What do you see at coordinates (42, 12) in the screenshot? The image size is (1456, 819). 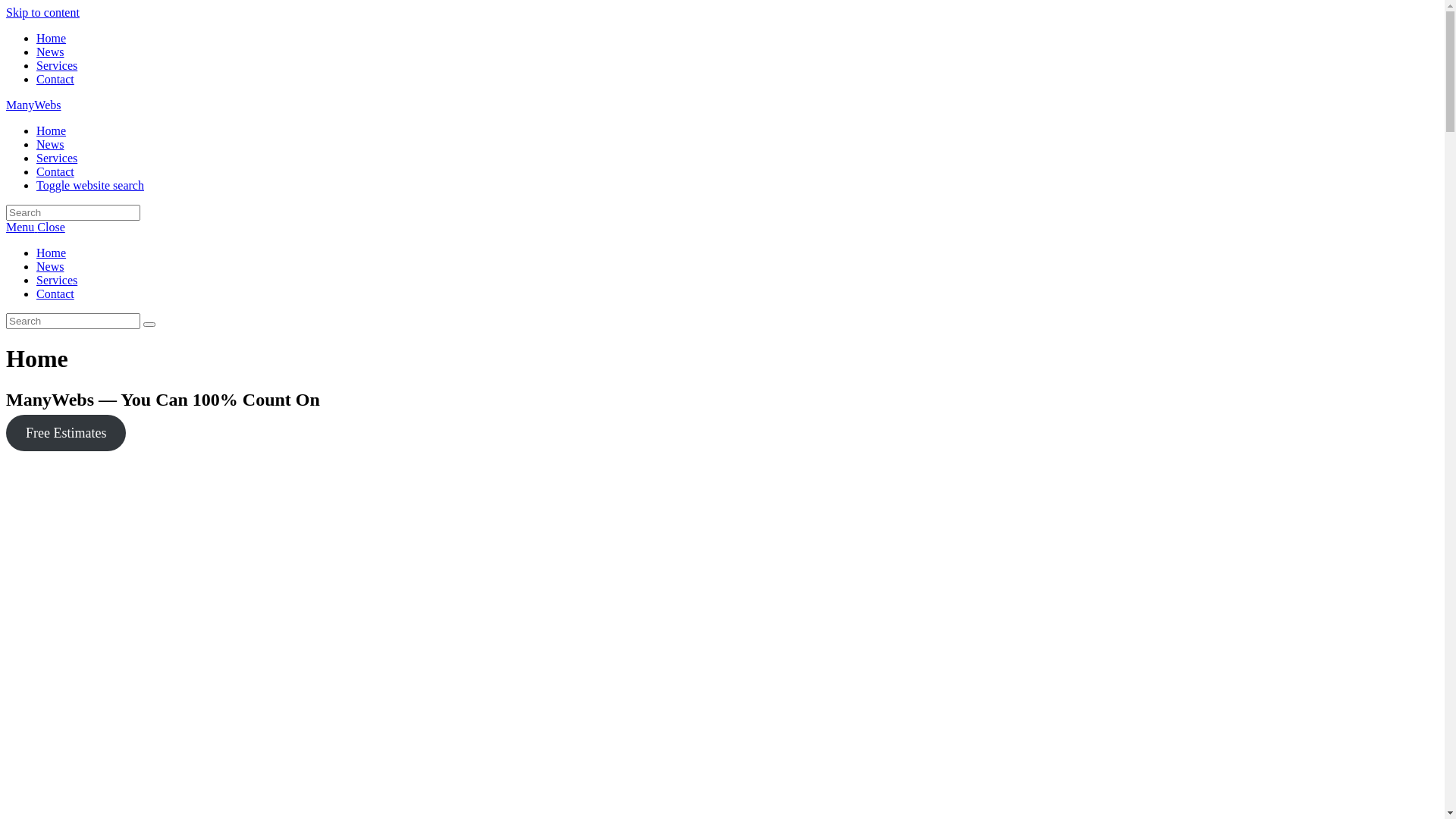 I see `'Skip to content'` at bounding box center [42, 12].